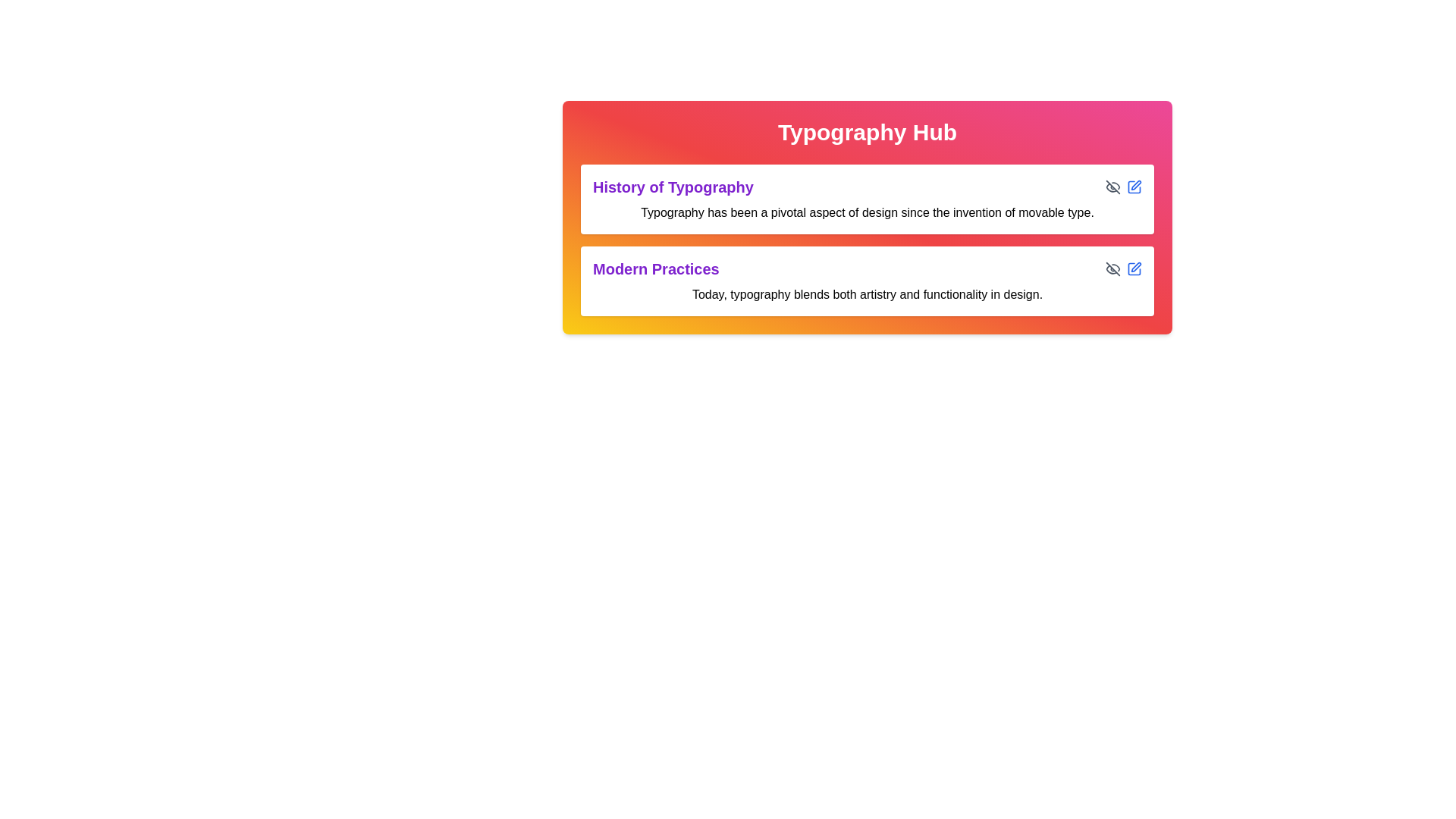  What do you see at coordinates (1134, 268) in the screenshot?
I see `the pen icon representing an edit tool located at the bottom-right corner of the 'Typography Hub' section to initiate editing` at bounding box center [1134, 268].